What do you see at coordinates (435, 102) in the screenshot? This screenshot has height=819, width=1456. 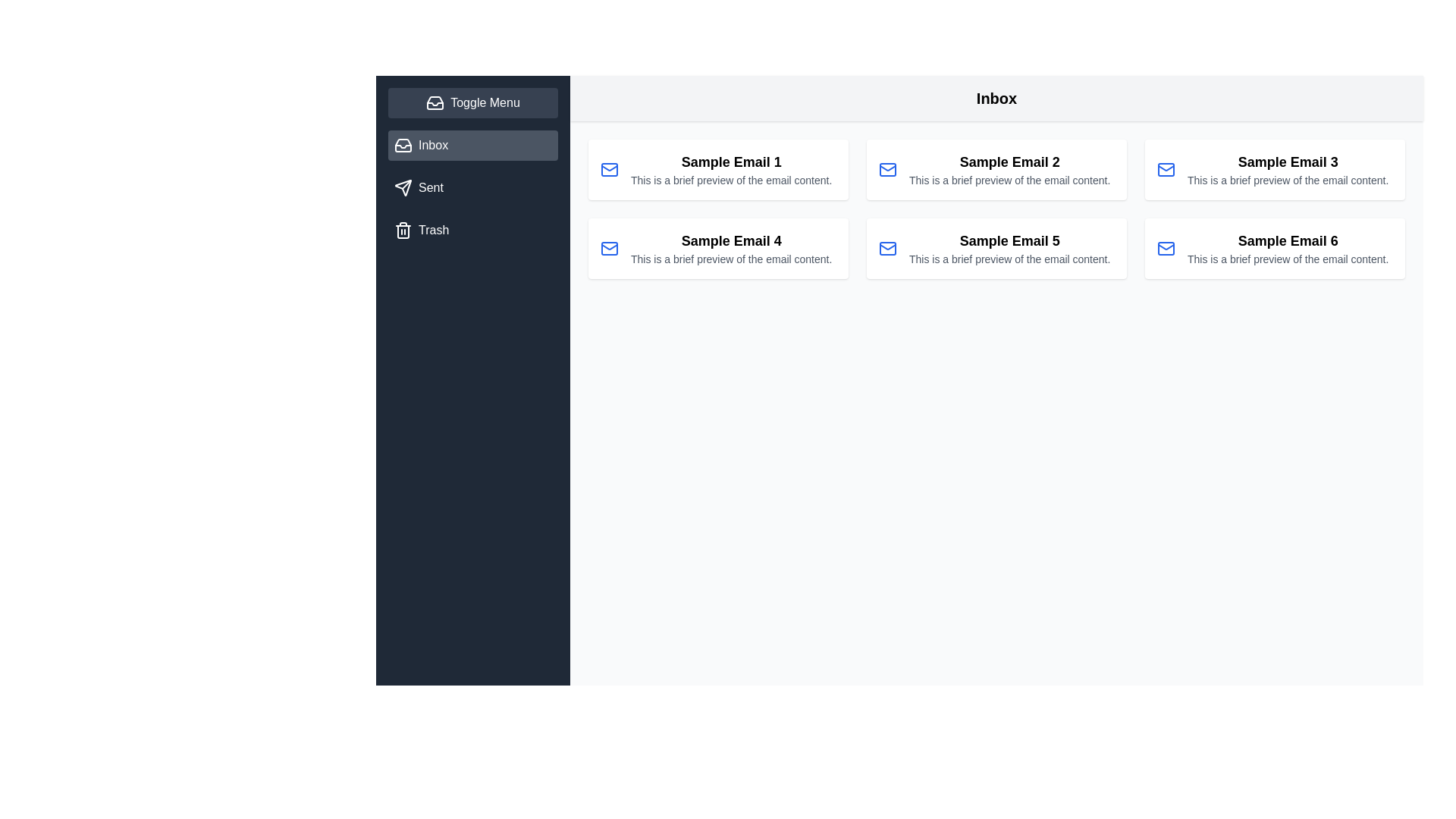 I see `the icon located to the left of the 'Toggle Menu' text label in the upper section of the left-side navigation panel` at bounding box center [435, 102].